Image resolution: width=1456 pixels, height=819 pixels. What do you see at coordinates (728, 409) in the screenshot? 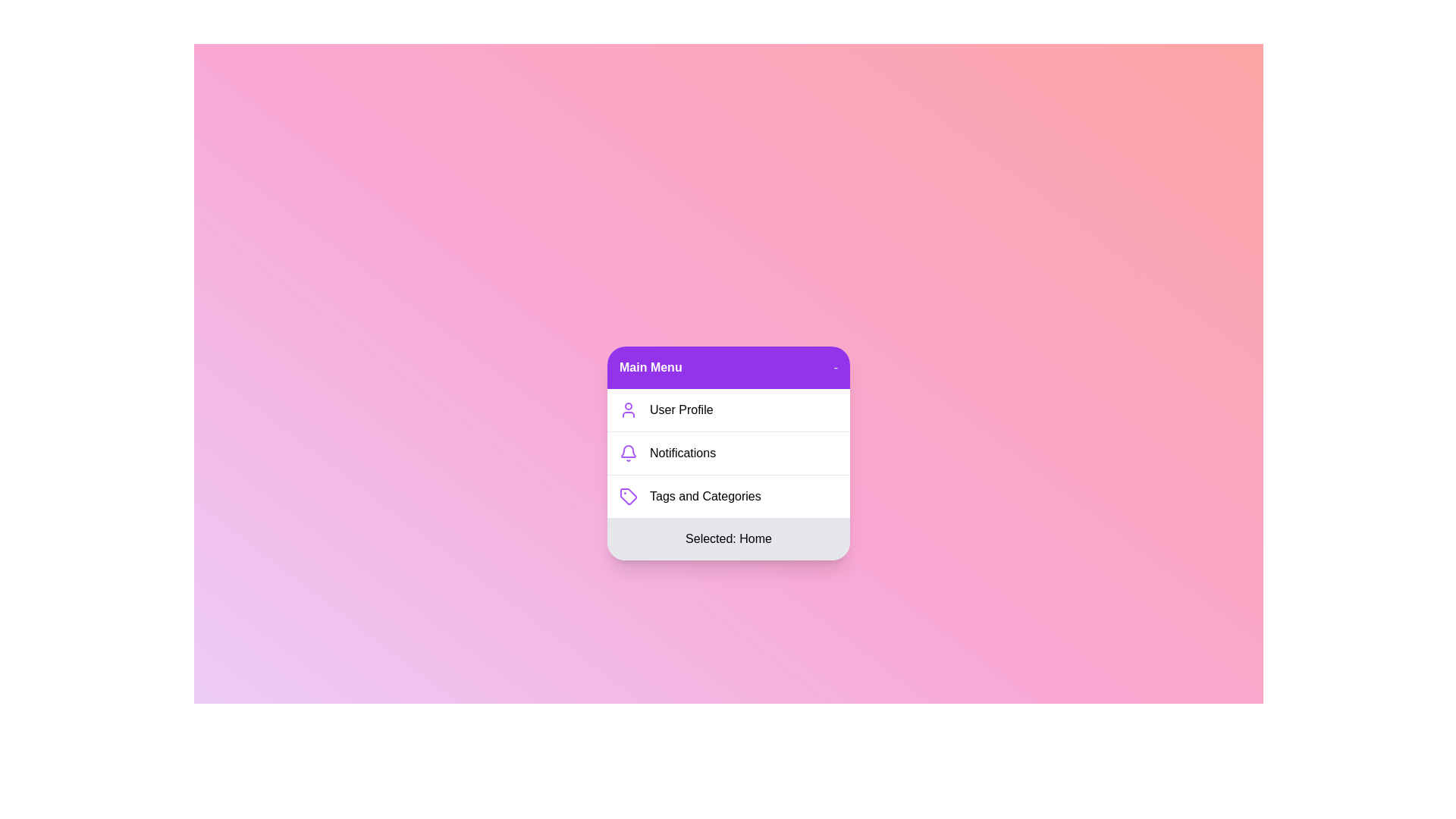
I see `the menu item User Profile from the list` at bounding box center [728, 409].